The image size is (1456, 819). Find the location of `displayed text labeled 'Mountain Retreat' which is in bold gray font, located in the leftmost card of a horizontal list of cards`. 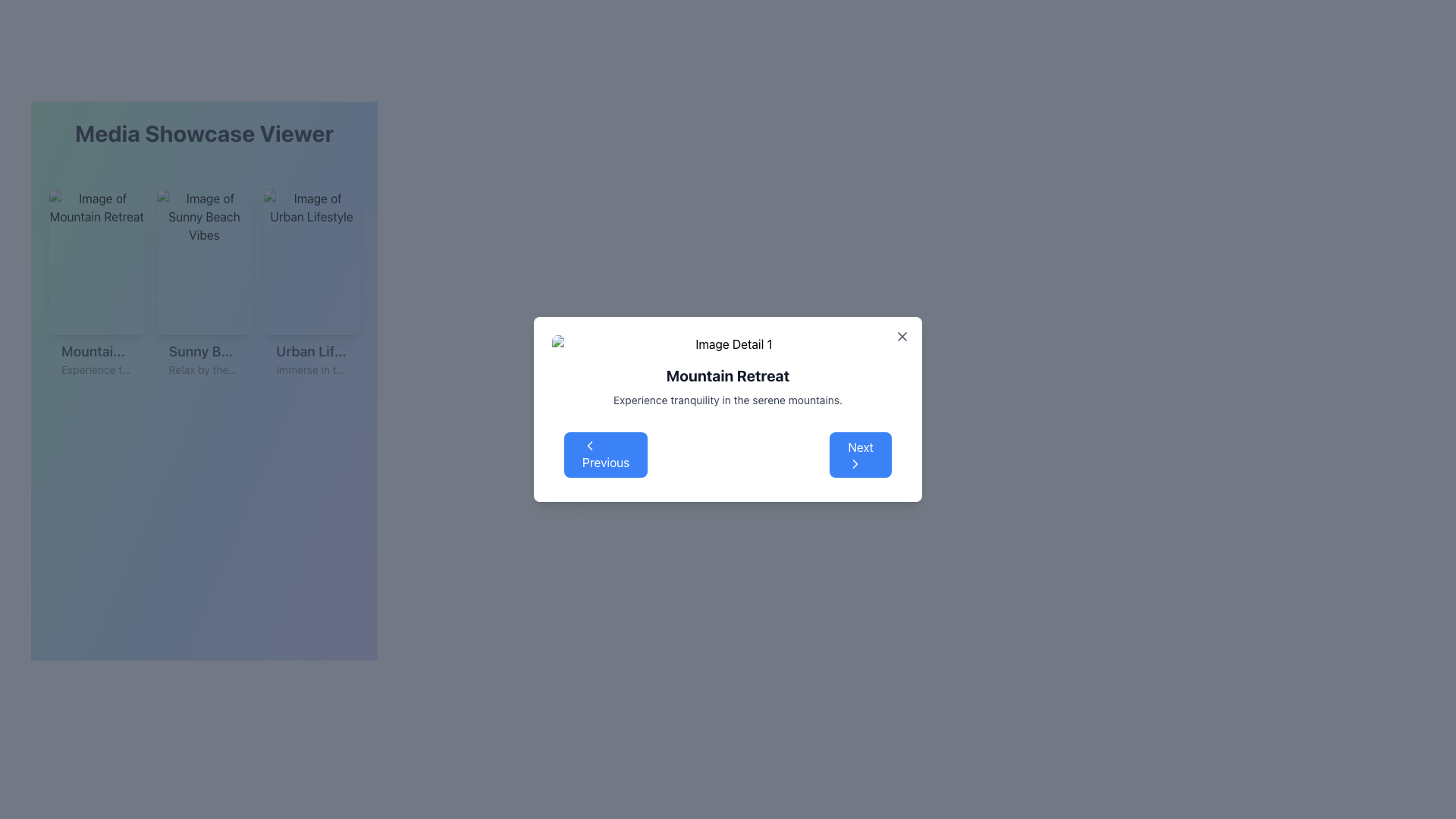

displayed text labeled 'Mountain Retreat' which is in bold gray font, located in the leftmost card of a horizontal list of cards is located at coordinates (96, 351).